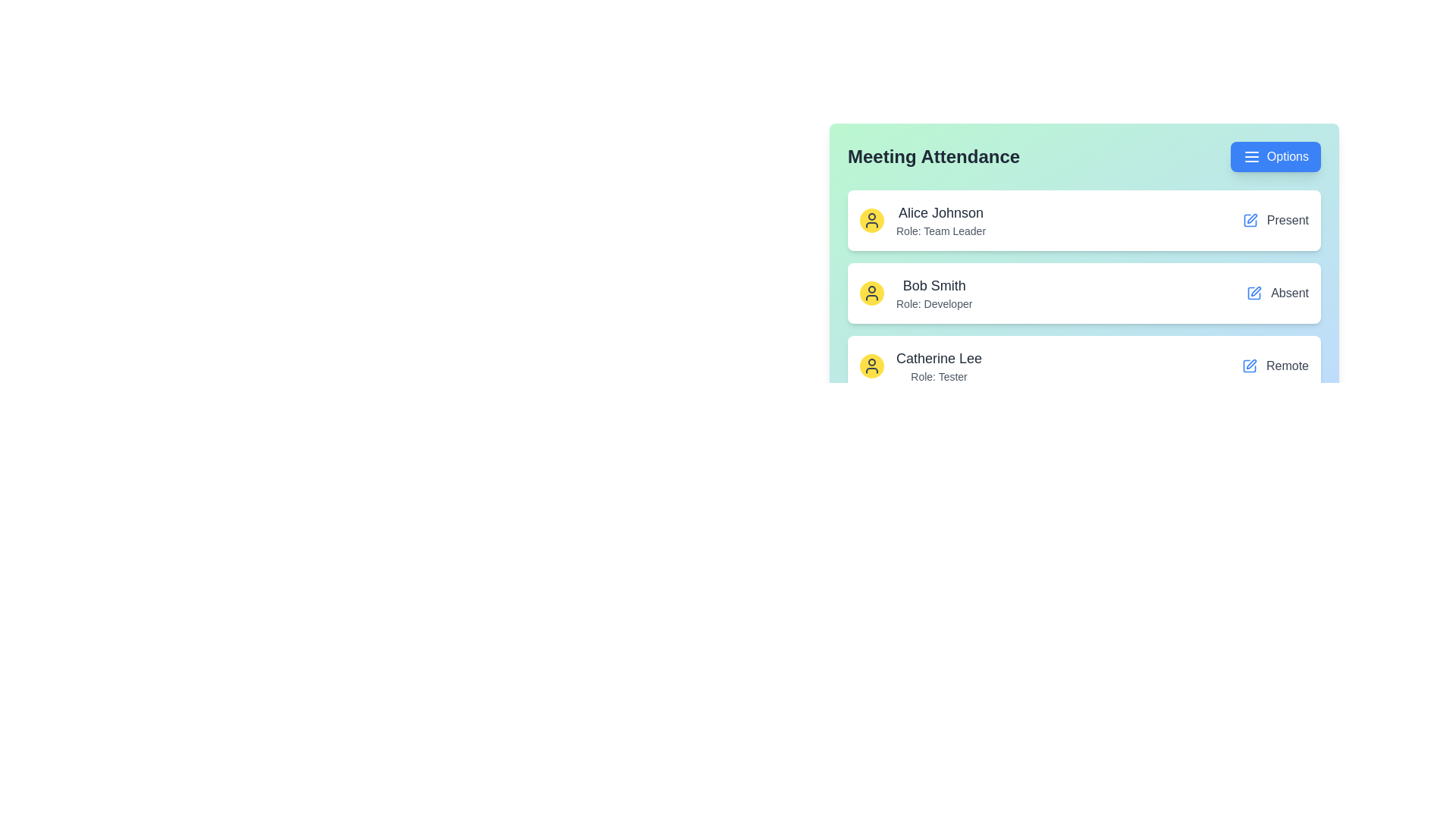  What do you see at coordinates (1256, 291) in the screenshot?
I see `the action icon located at the center-right position of the layout` at bounding box center [1256, 291].